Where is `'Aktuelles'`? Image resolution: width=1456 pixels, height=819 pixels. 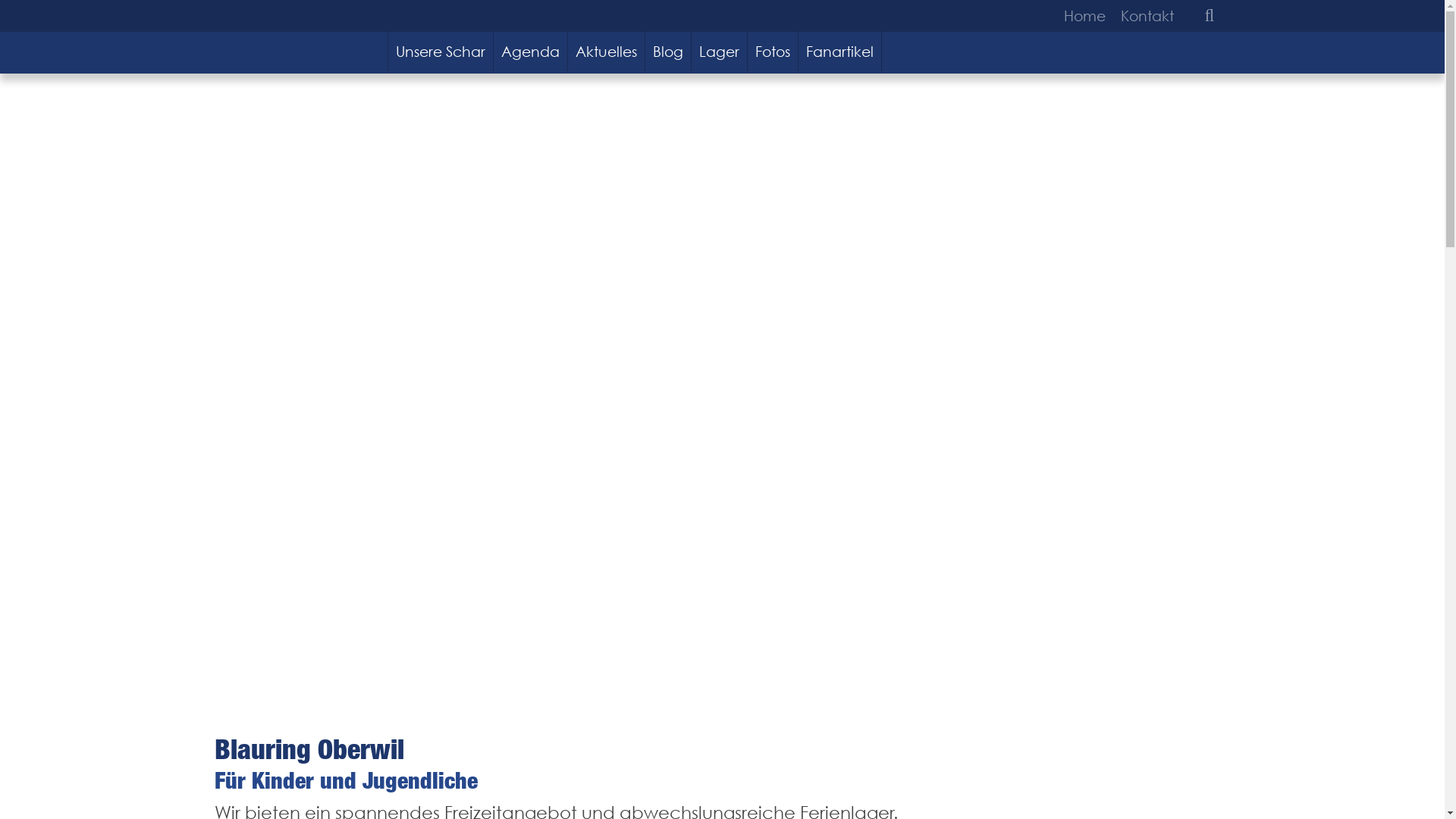
'Aktuelles' is located at coordinates (607, 51).